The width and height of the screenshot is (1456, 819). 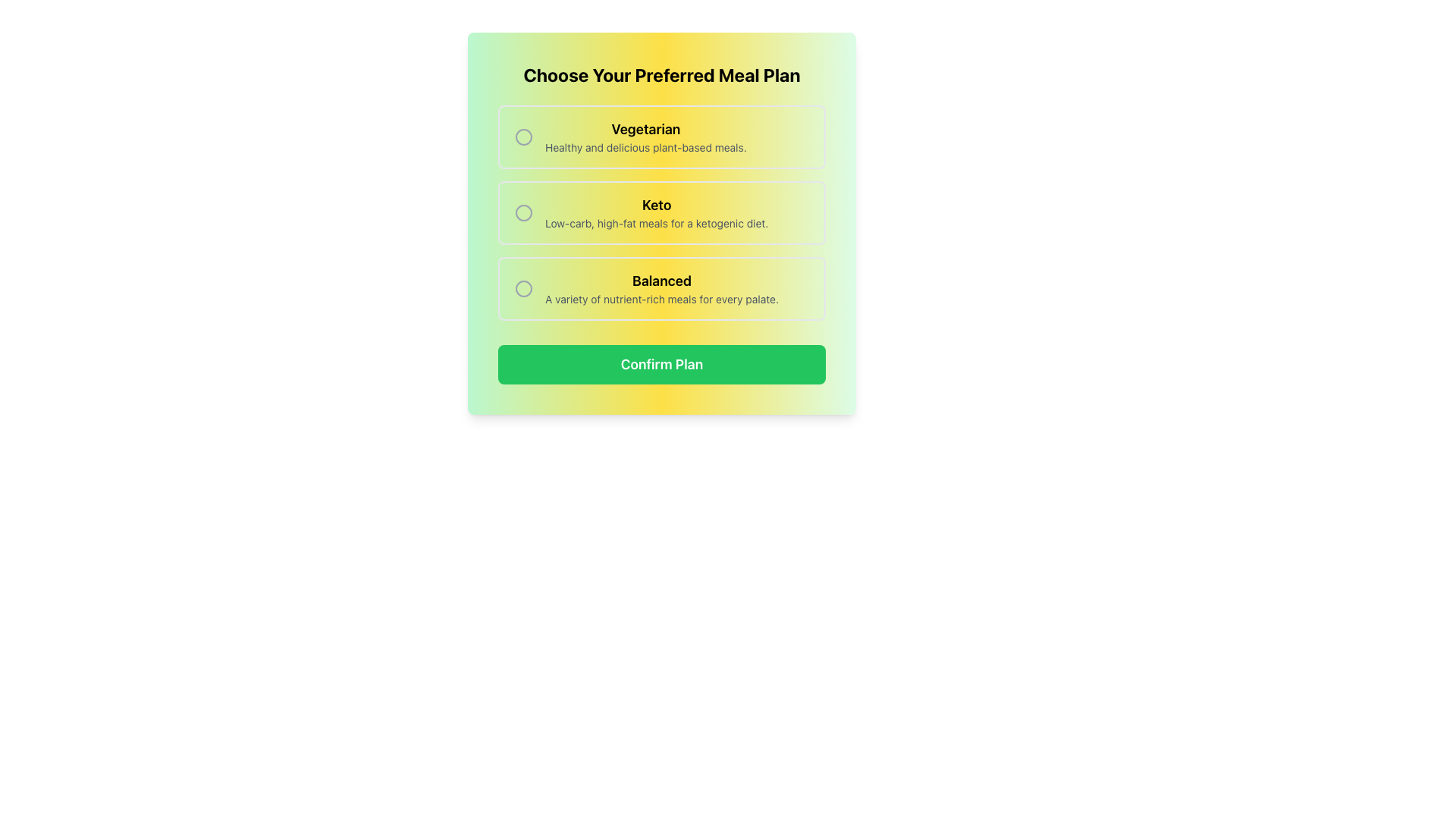 What do you see at coordinates (524, 137) in the screenshot?
I see `the first radio button in the vertical list, which is circular and outlined, located to the left of the 'Vegetarian' option` at bounding box center [524, 137].